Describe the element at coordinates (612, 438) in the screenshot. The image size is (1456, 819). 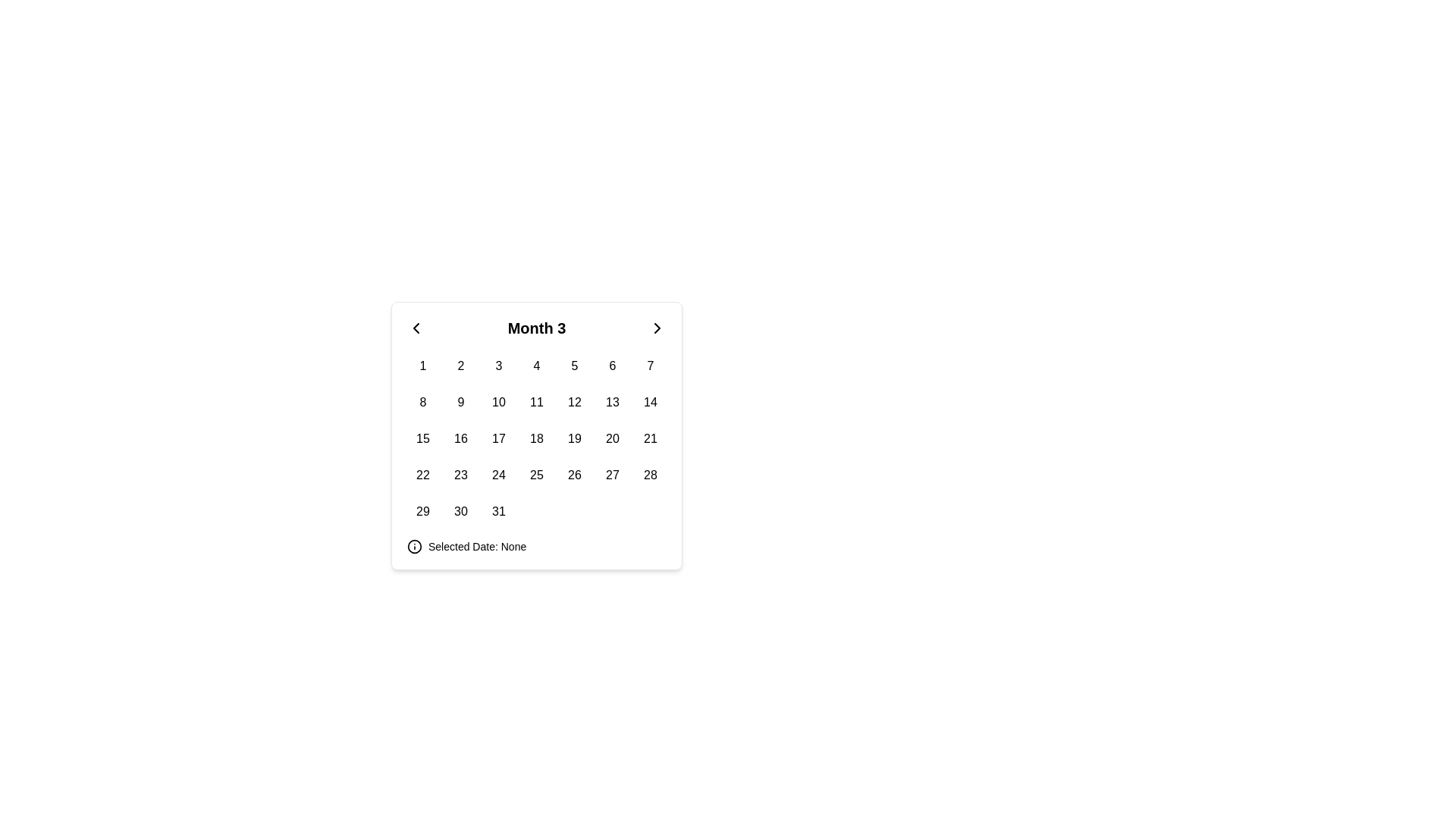
I see `the text displaying the number '20' in the third row and sixth column of the calendar grid` at that location.